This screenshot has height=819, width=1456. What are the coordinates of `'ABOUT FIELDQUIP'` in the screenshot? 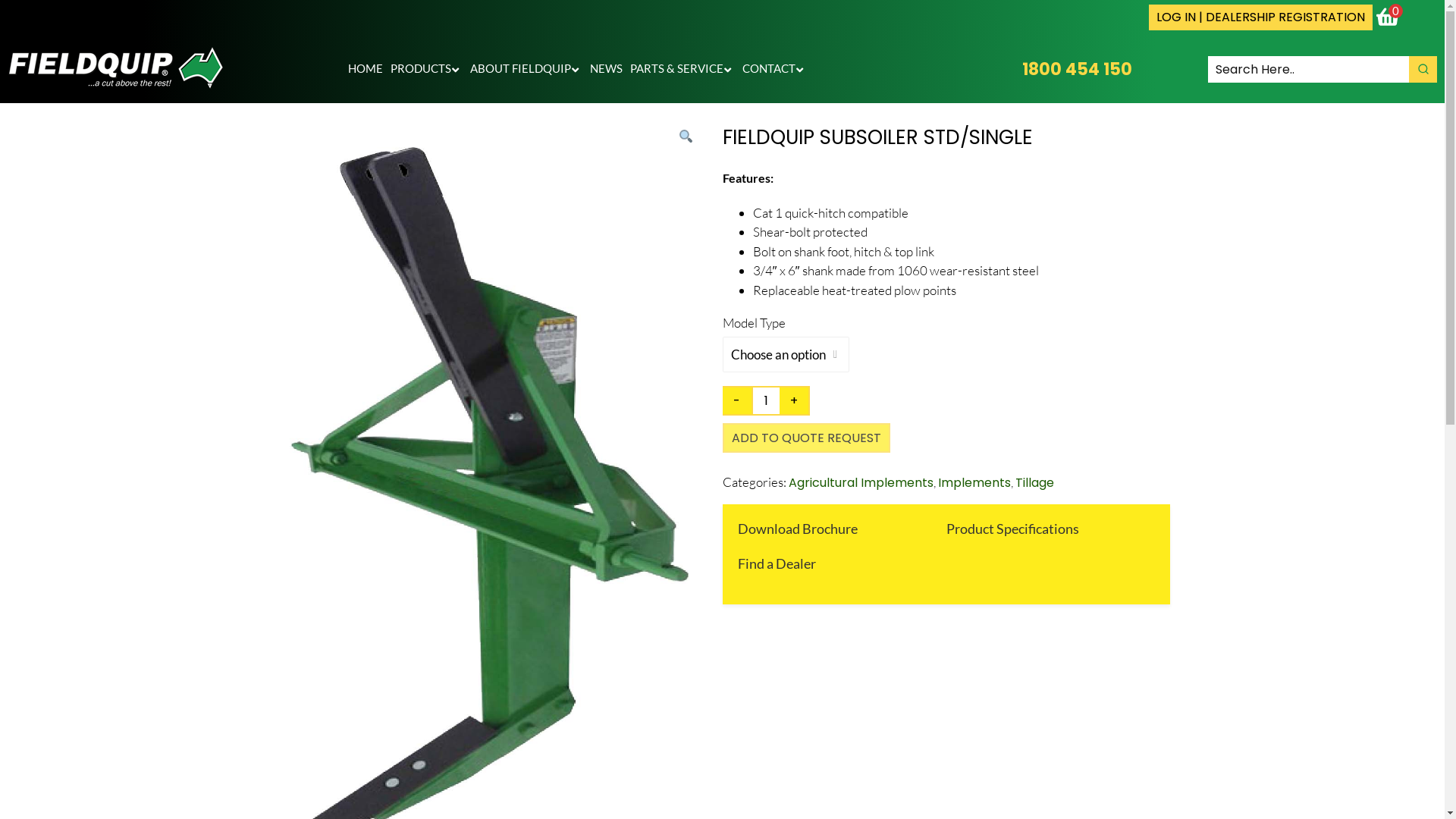 It's located at (526, 69).